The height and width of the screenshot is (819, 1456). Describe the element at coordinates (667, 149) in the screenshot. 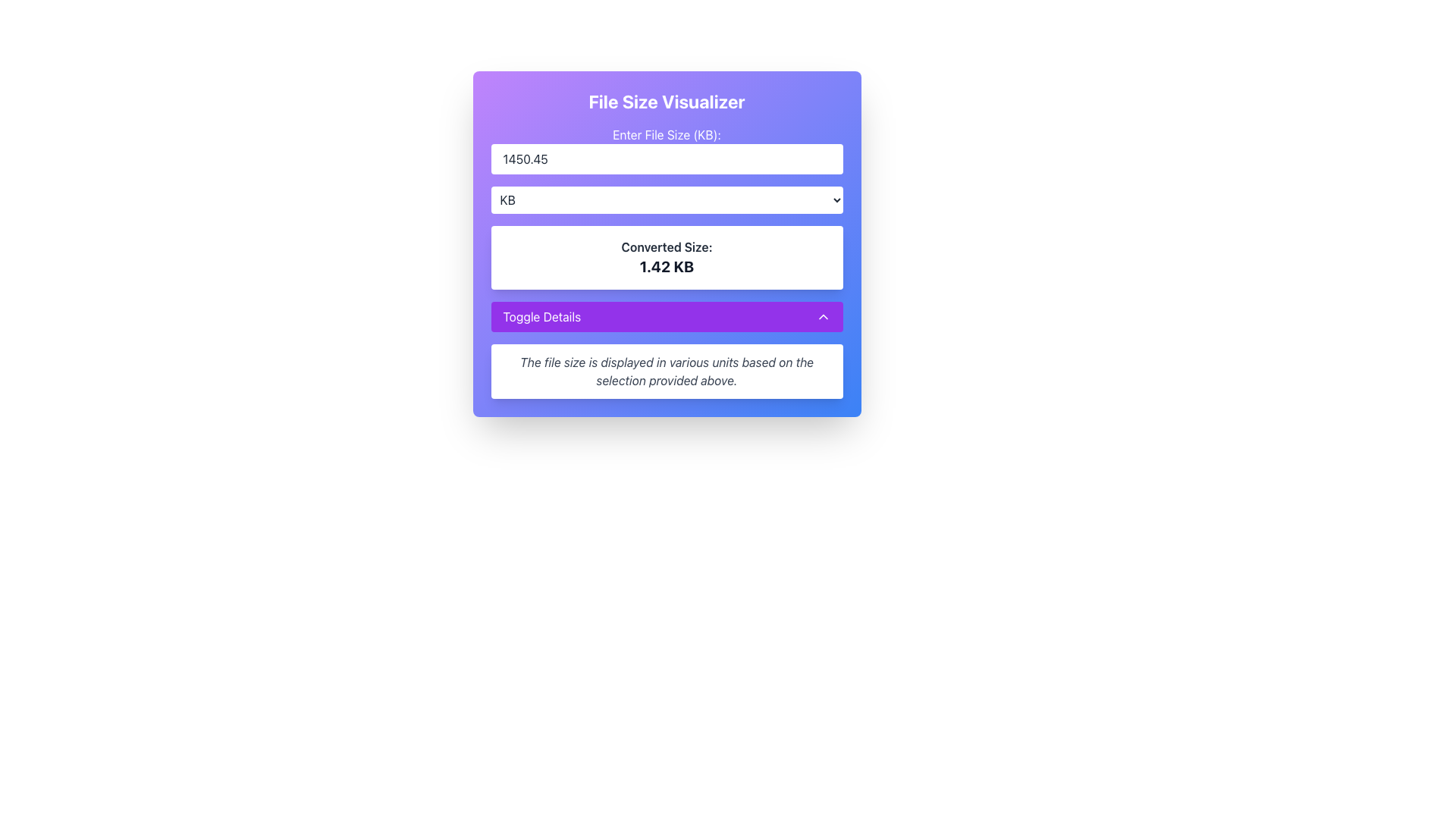

I see `the Number input field for entering file size in kilobytes, located beneath the 'File Size Visualizer' heading` at that location.